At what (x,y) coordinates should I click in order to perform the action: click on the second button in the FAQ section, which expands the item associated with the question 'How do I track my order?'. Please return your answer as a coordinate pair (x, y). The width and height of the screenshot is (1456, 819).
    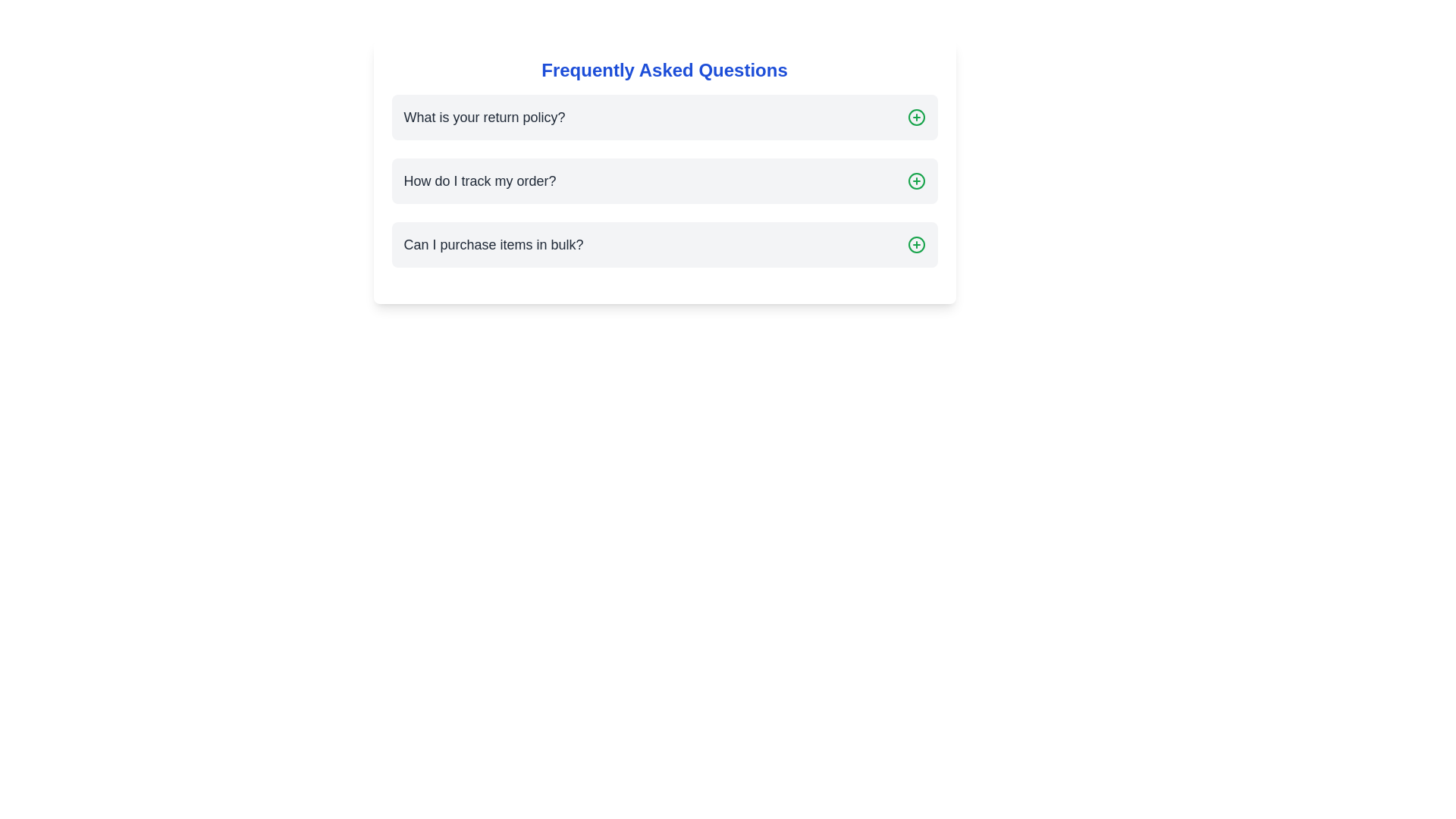
    Looking at the image, I should click on (915, 180).